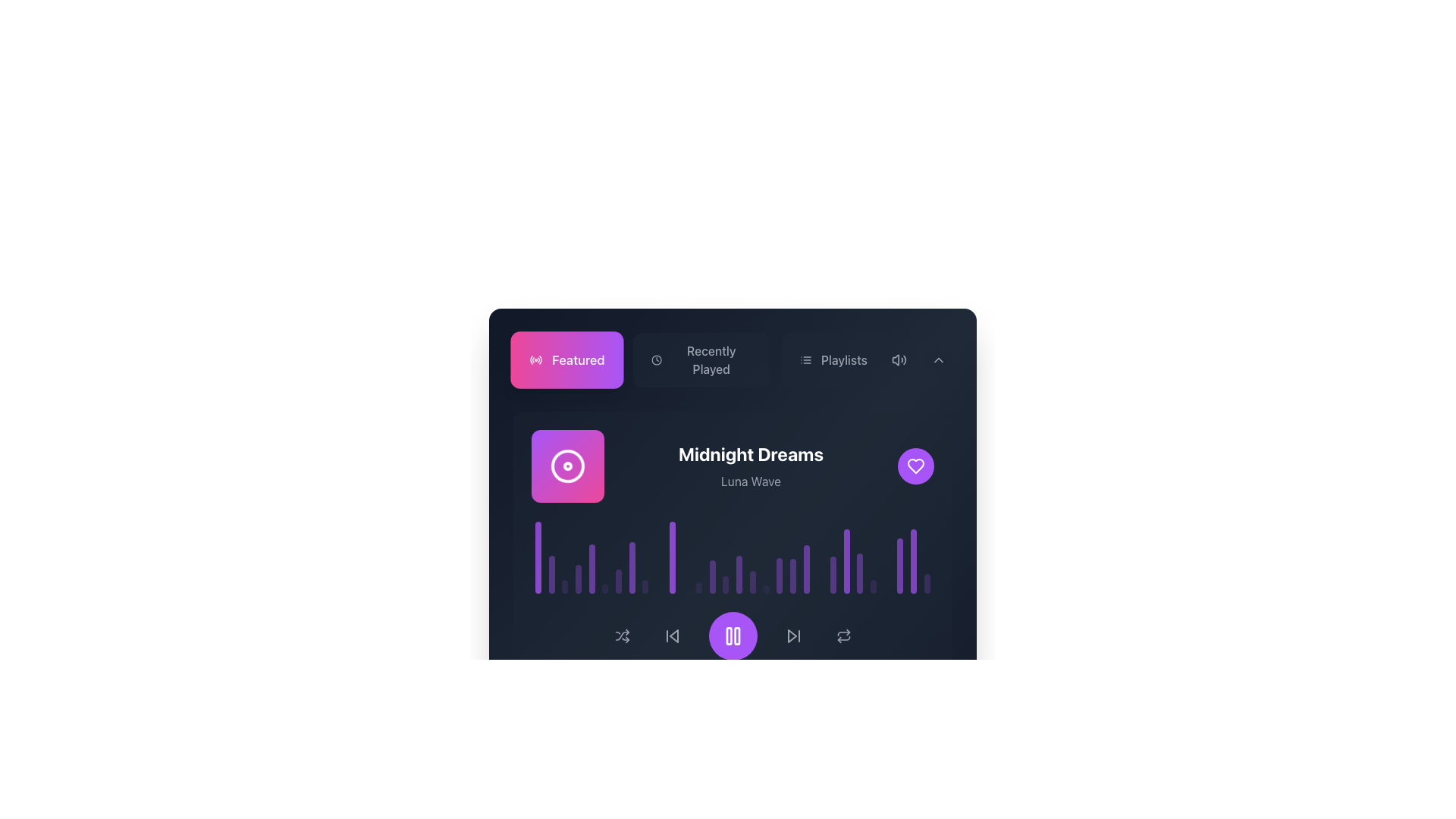 The height and width of the screenshot is (819, 1456). I want to click on the twenty-seventh vertical progress bar in the soundwave-like visualization, which is a narrow bar with a rounded top and bottom, colored in a translucent shade of purple, so click(913, 561).